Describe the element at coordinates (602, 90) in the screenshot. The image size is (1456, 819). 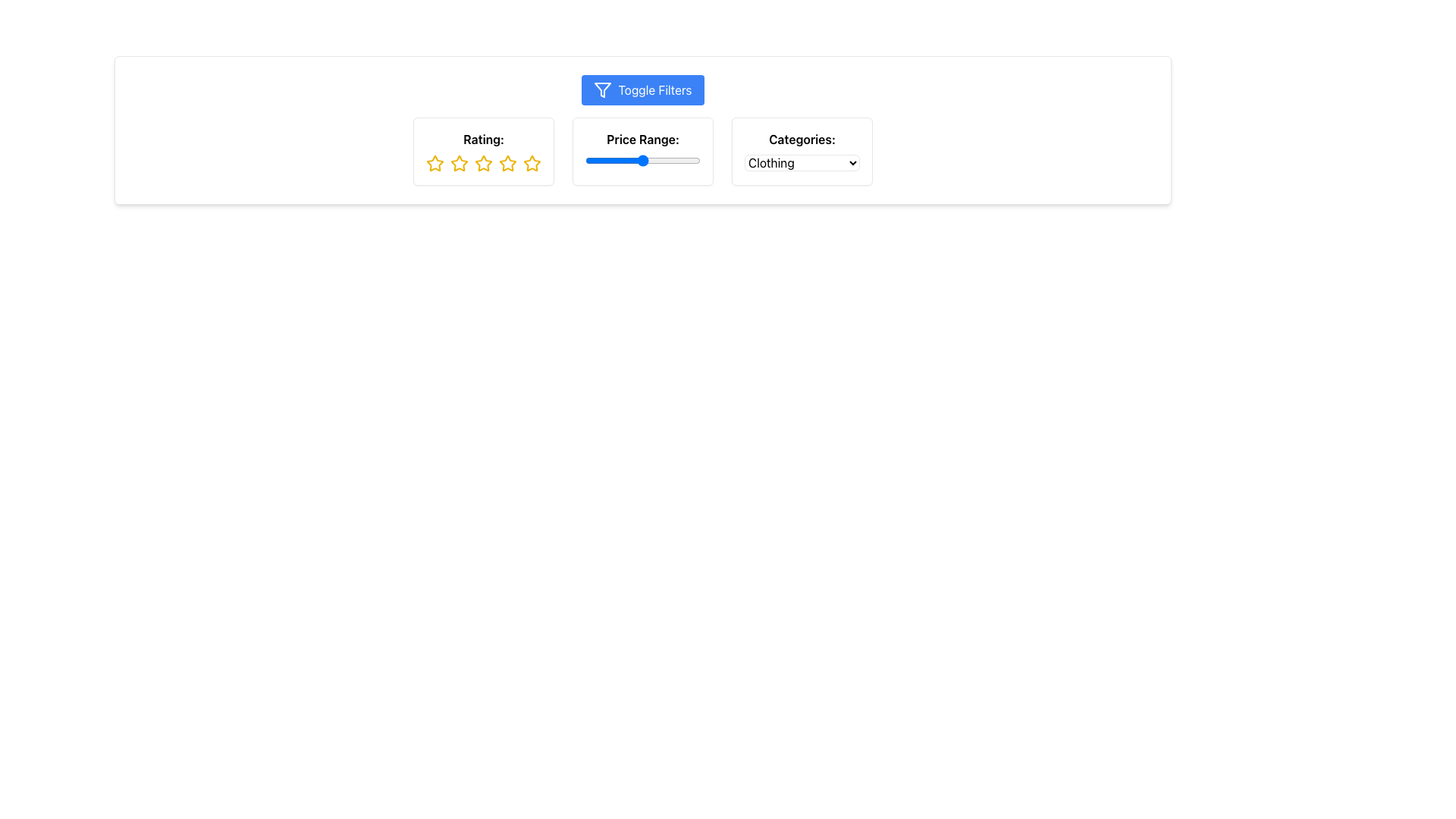
I see `the 'Toggle Filters' icon, which is located to the left of the text label within the 'Toggle Filters' button` at that location.